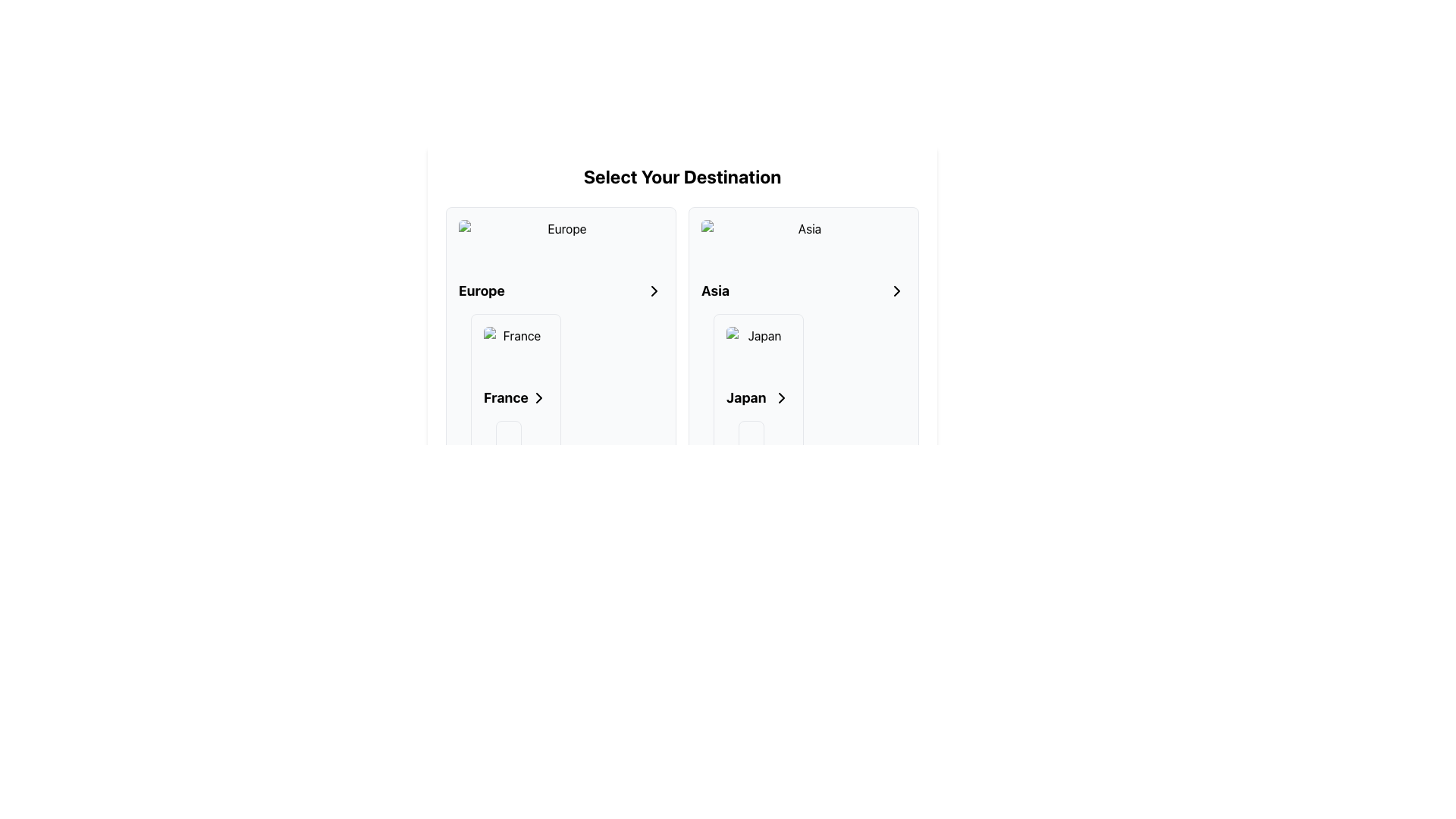 This screenshot has height=819, width=1456. Describe the element at coordinates (896, 291) in the screenshot. I see `the rightward-facing chevron icon located in the 'Asia' section of the interface, positioned to the right of the section's title to signify navigational functionality` at that location.